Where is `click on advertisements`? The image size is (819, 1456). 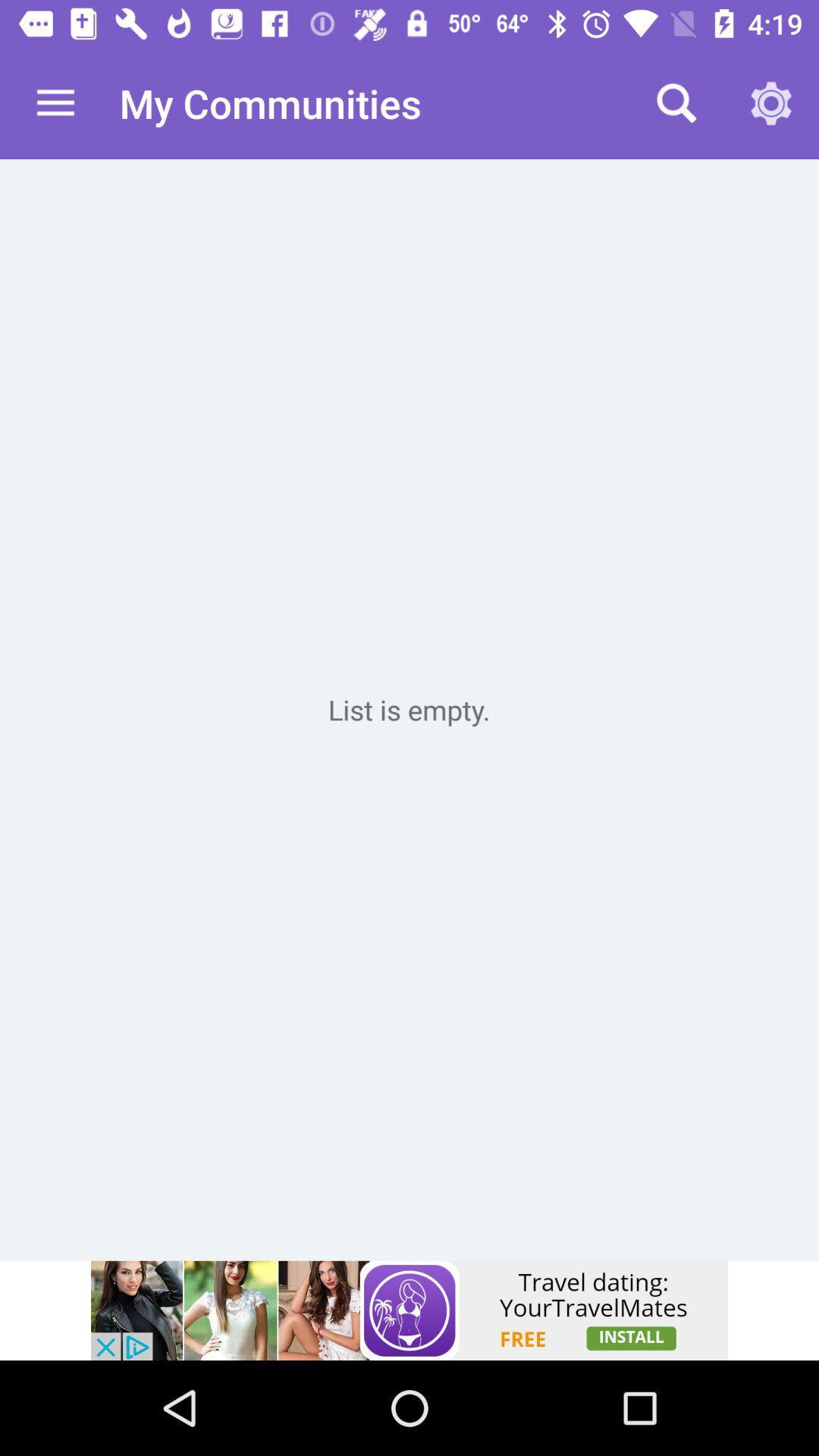 click on advertisements is located at coordinates (409, 1310).